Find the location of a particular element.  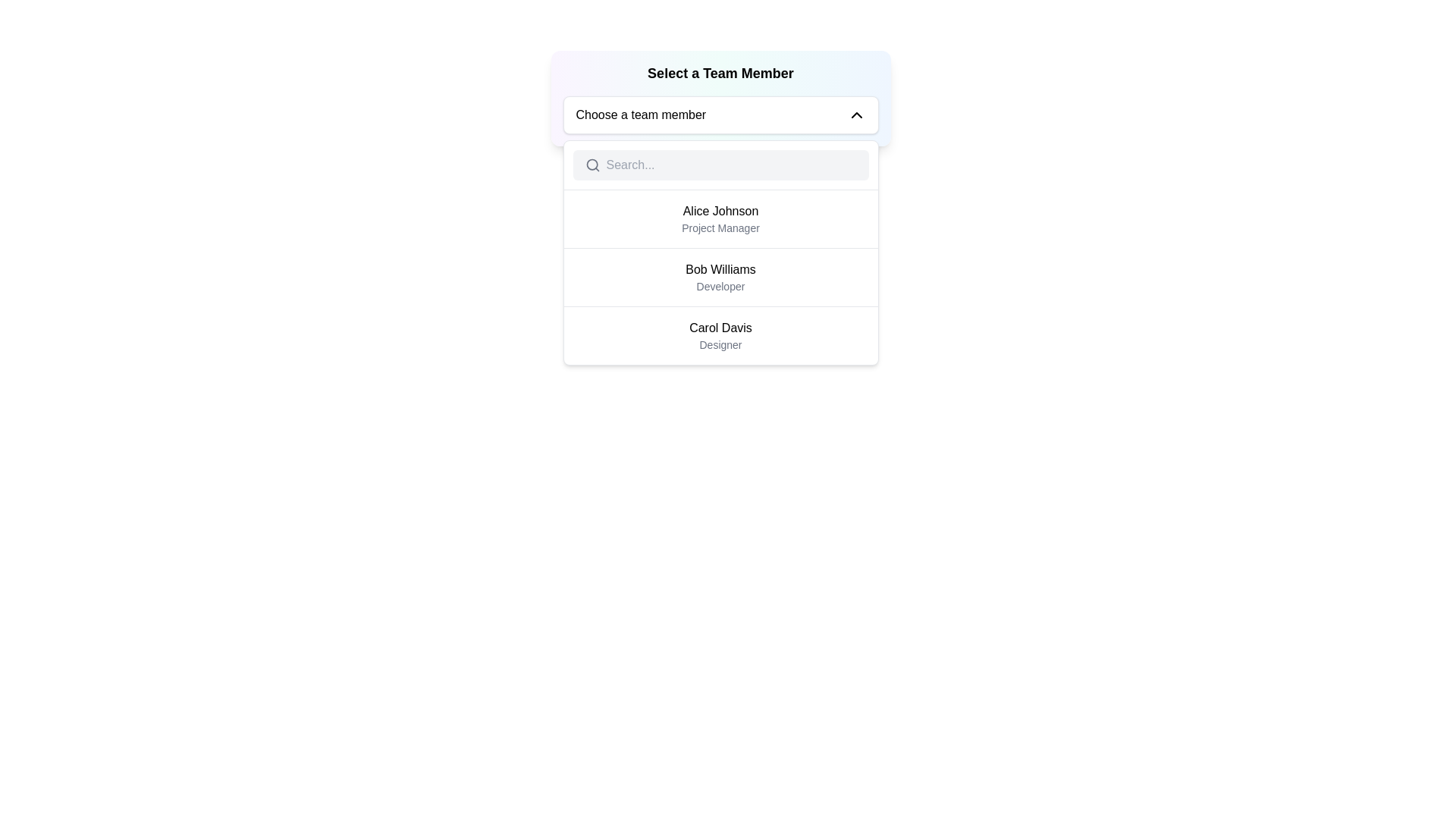

the dropdown menu item labeled 'Bob Williams' is located at coordinates (720, 252).